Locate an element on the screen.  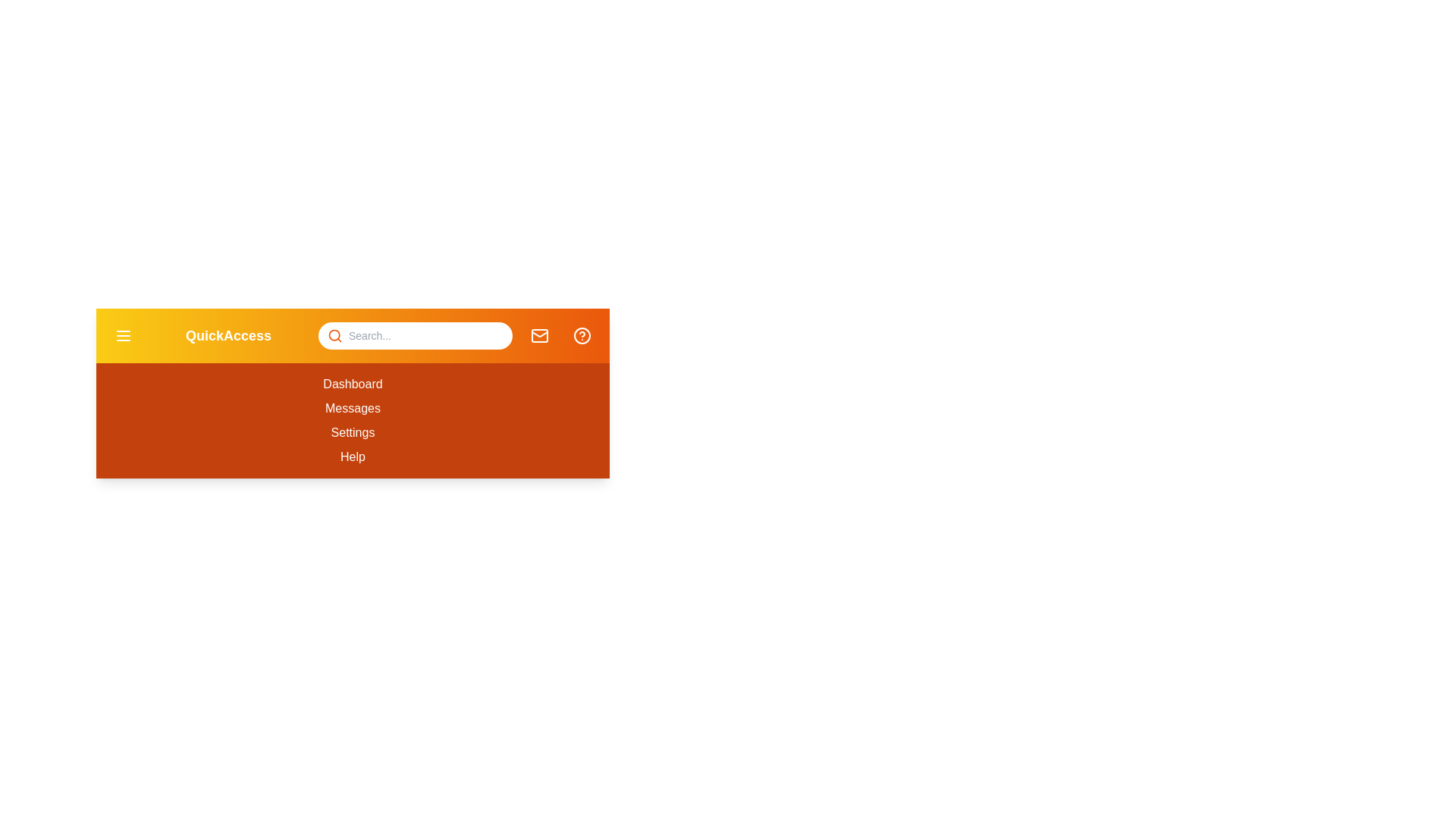
the navigation text link located in the menu between 'Messages' and 'Help' is located at coordinates (352, 432).